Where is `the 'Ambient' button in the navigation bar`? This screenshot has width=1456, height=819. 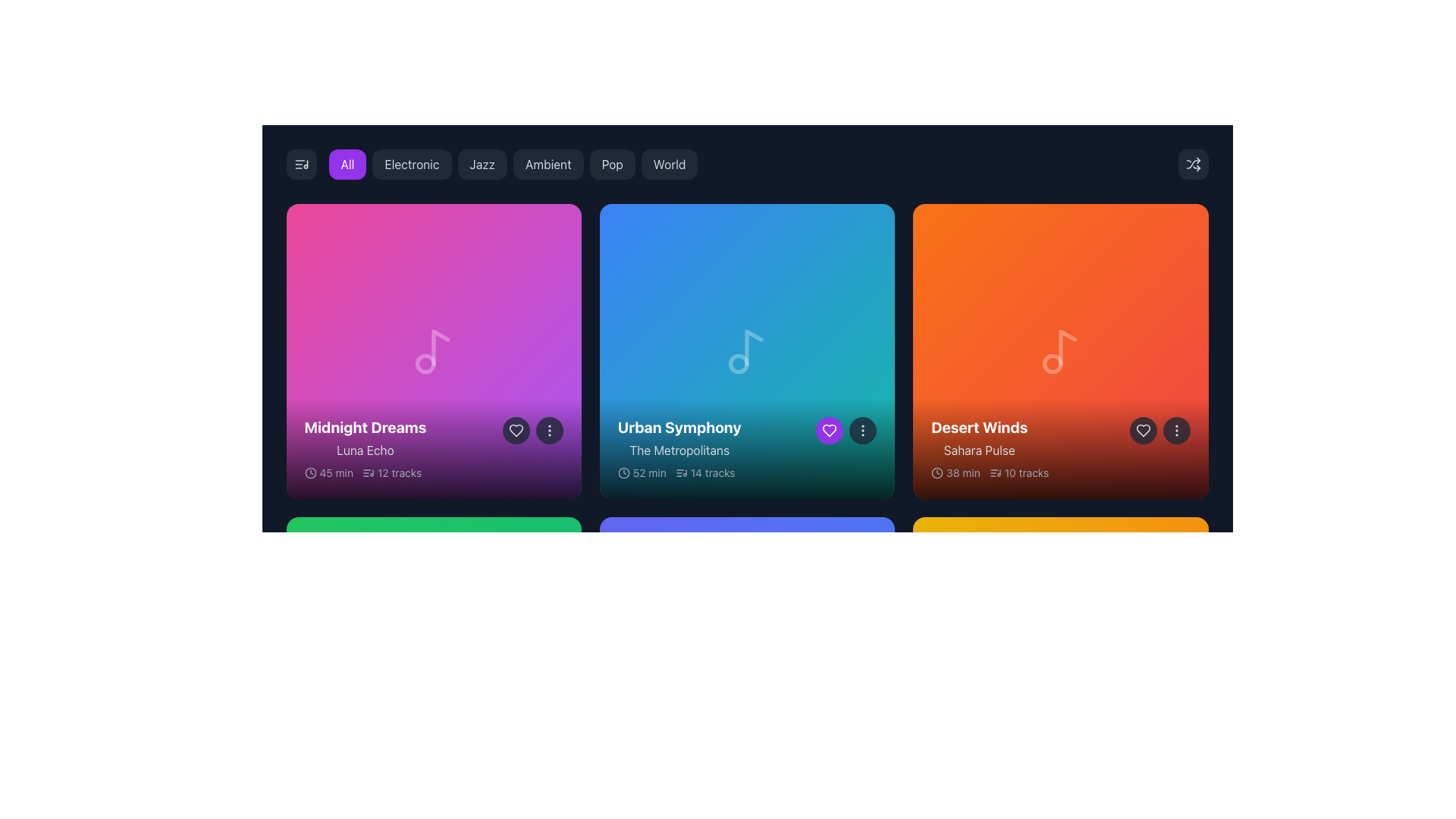 the 'Ambient' button in the navigation bar is located at coordinates (513, 164).